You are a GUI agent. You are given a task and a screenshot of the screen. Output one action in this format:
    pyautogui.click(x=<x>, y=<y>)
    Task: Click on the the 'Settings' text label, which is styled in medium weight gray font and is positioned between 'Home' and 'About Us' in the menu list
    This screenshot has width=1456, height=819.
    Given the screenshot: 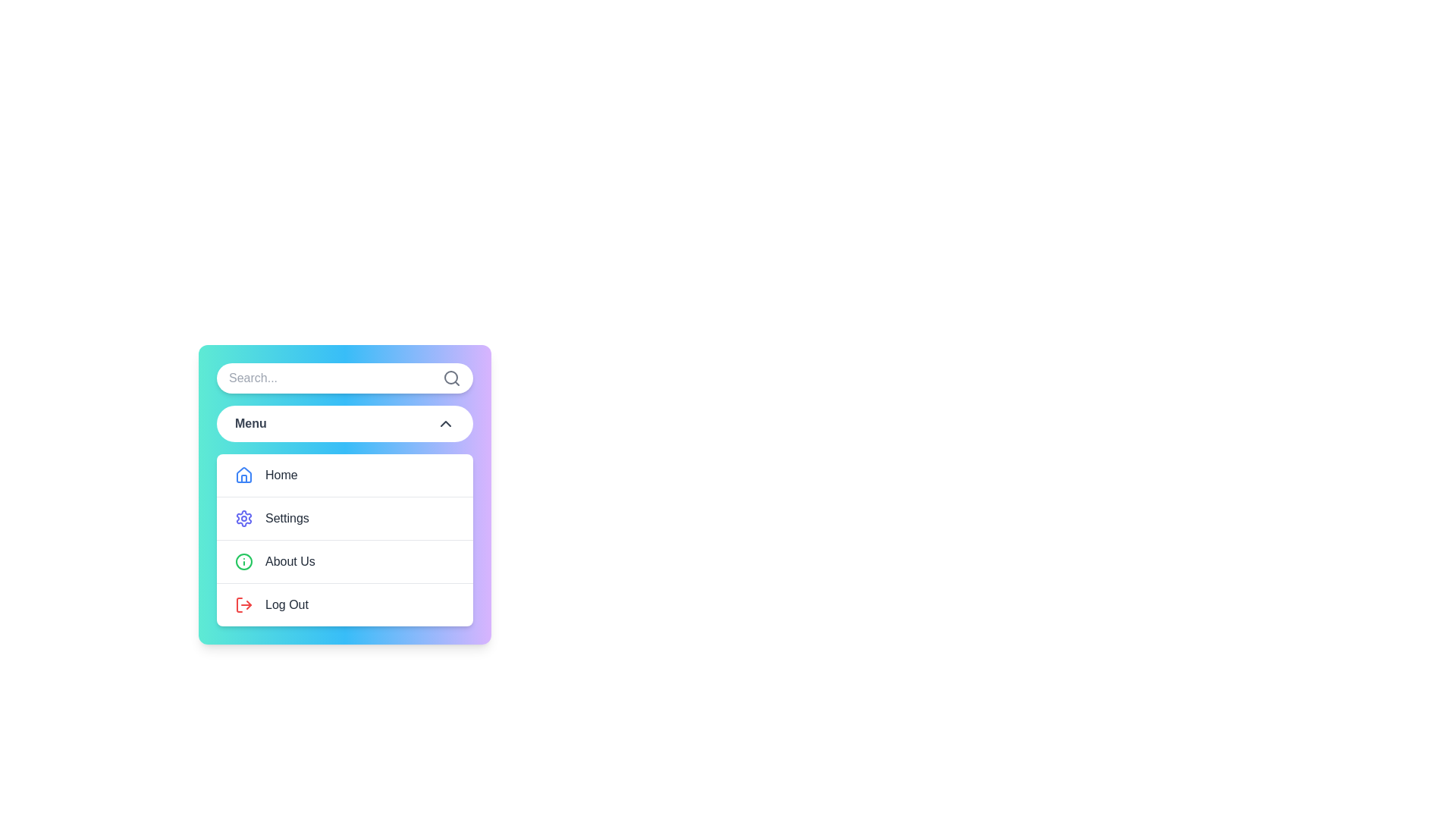 What is the action you would take?
    pyautogui.click(x=287, y=517)
    